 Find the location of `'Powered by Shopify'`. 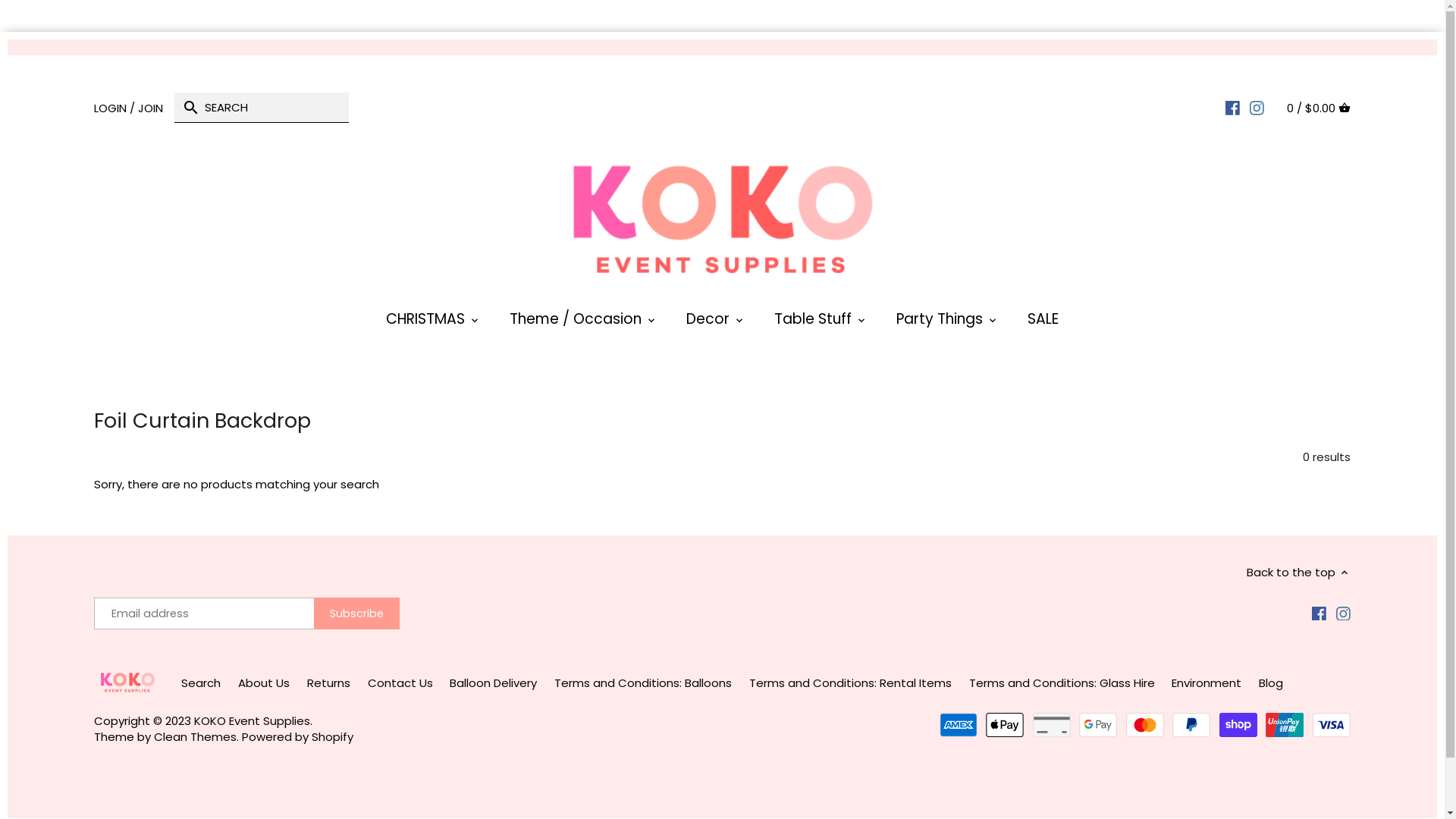

'Powered by Shopify' is located at coordinates (297, 736).